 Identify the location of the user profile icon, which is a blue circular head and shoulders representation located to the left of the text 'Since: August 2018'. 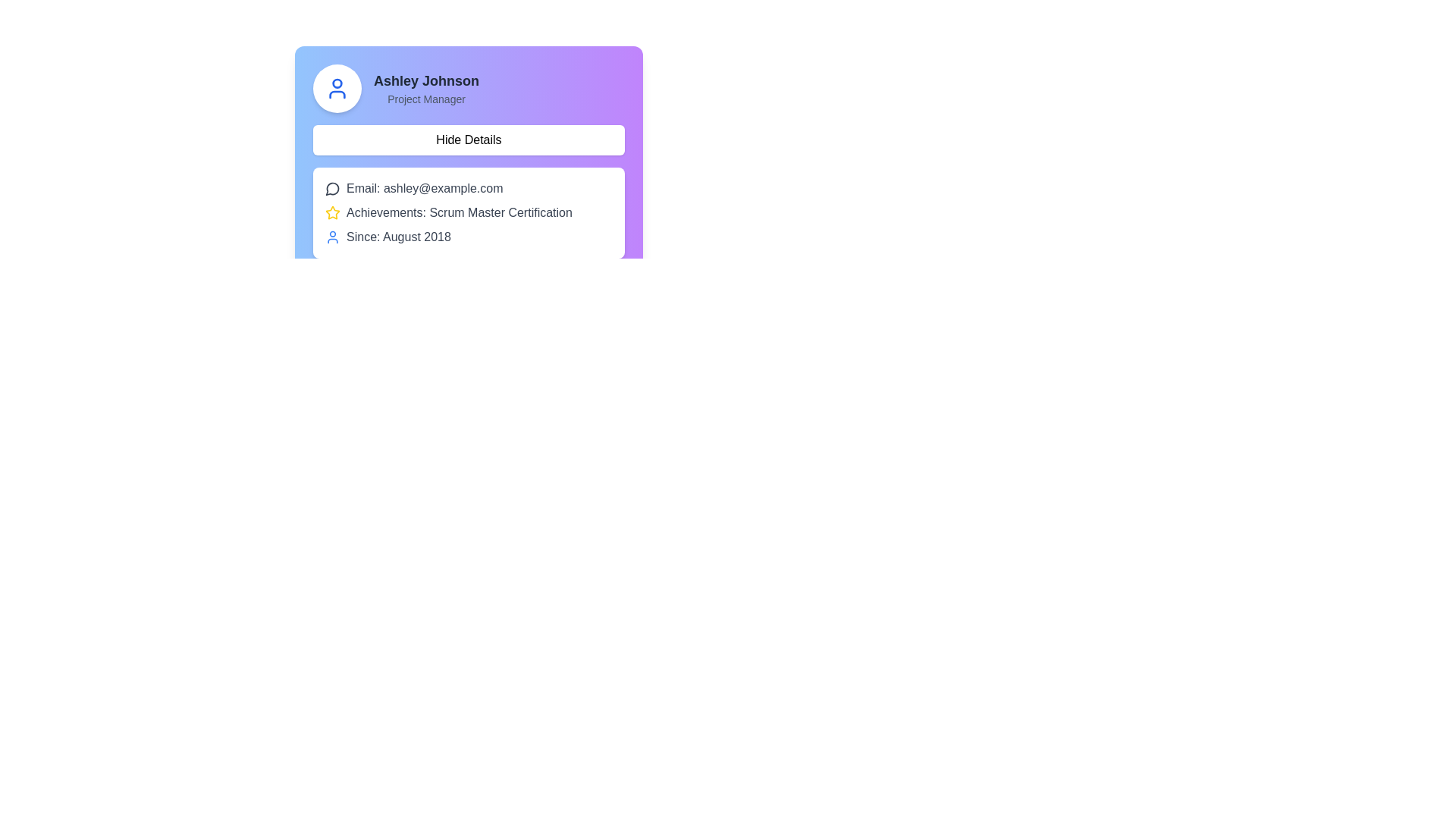
(331, 237).